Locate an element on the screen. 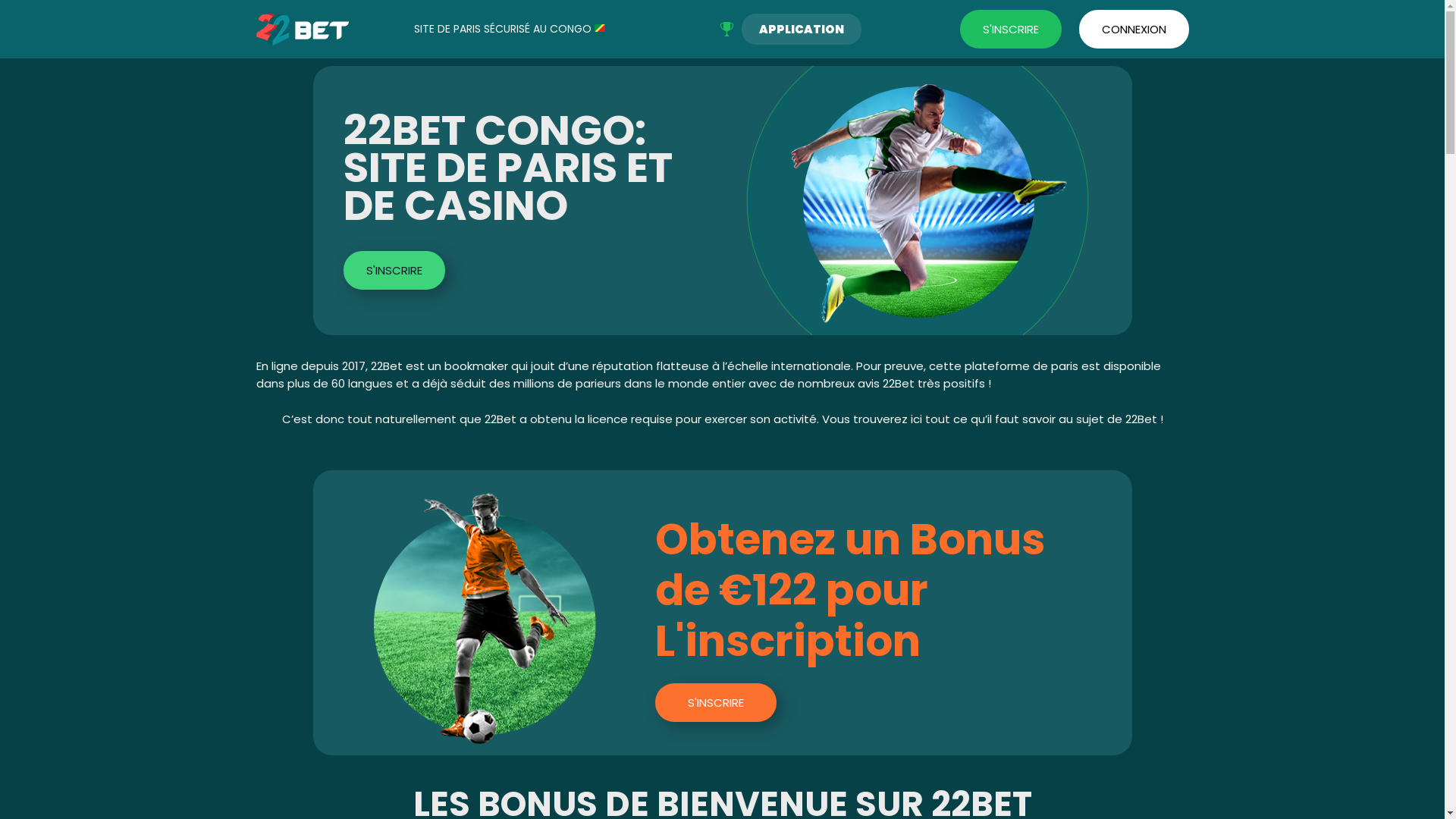 This screenshot has width=1456, height=819. 'CONNEXION' is located at coordinates (1133, 29).